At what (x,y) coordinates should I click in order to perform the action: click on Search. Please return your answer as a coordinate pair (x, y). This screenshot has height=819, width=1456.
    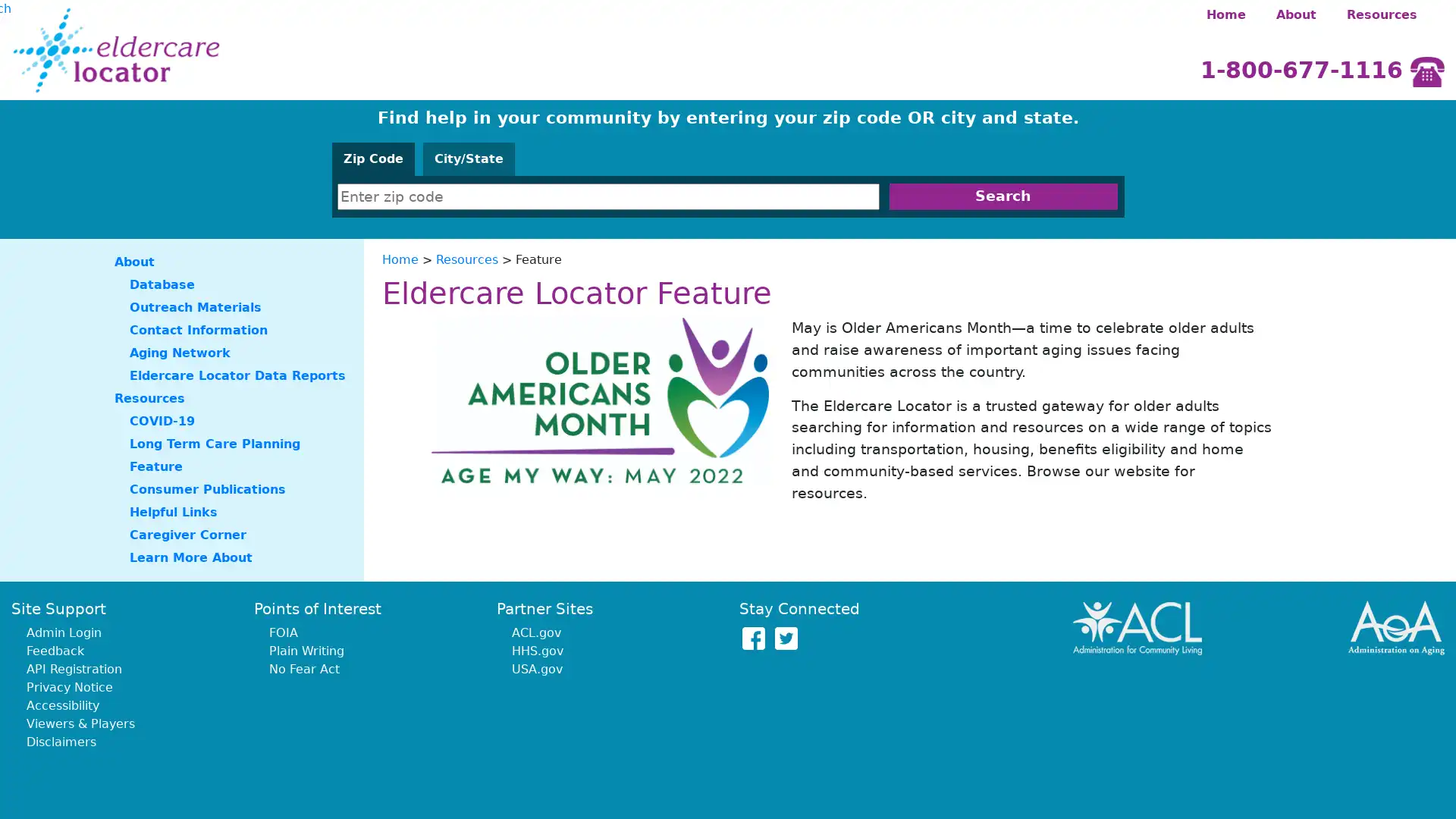
    Looking at the image, I should click on (1003, 196).